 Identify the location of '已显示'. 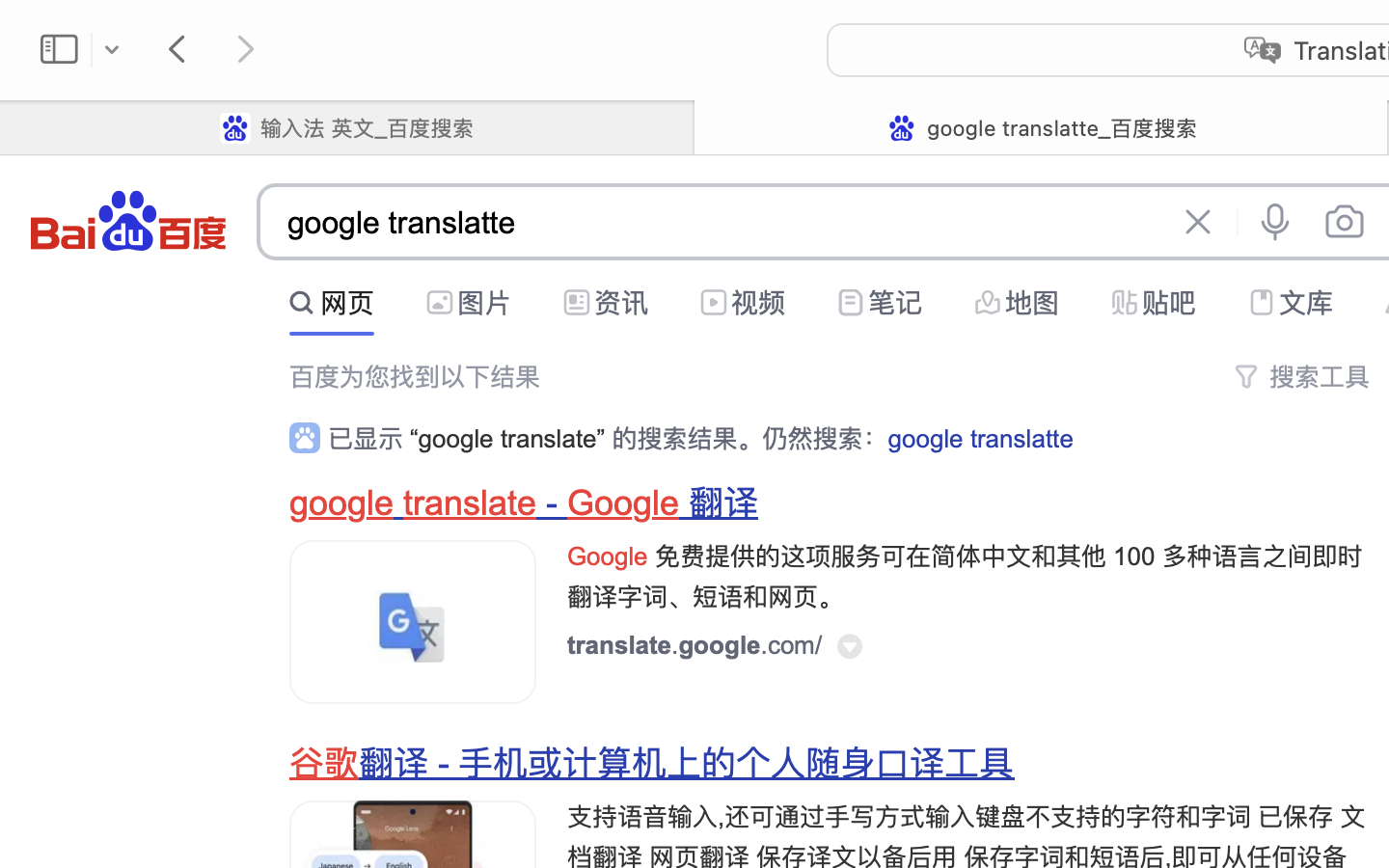
(368, 438).